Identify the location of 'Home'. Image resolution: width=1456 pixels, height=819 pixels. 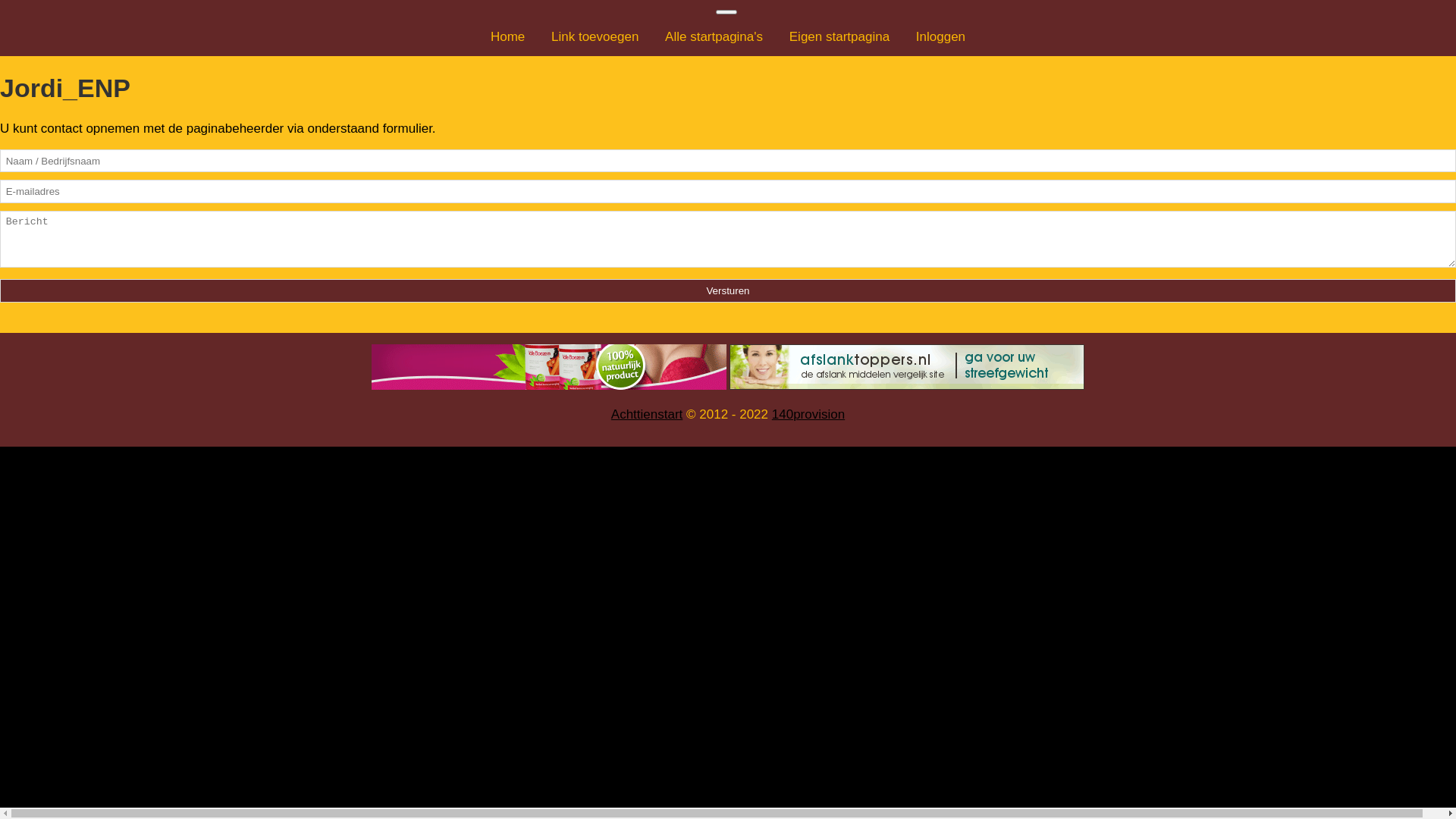
(507, 36).